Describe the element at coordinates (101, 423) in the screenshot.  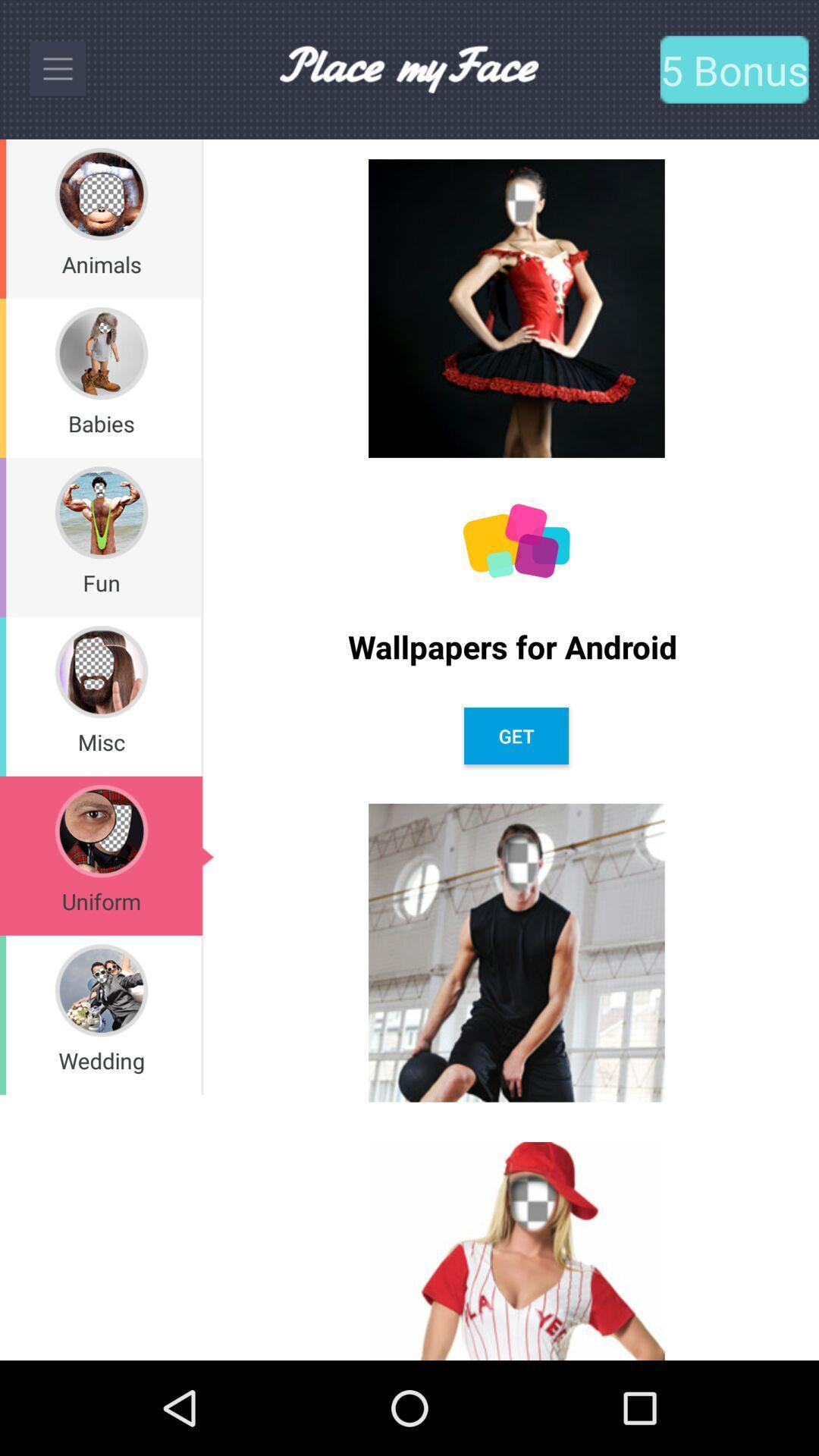
I see `babies item` at that location.